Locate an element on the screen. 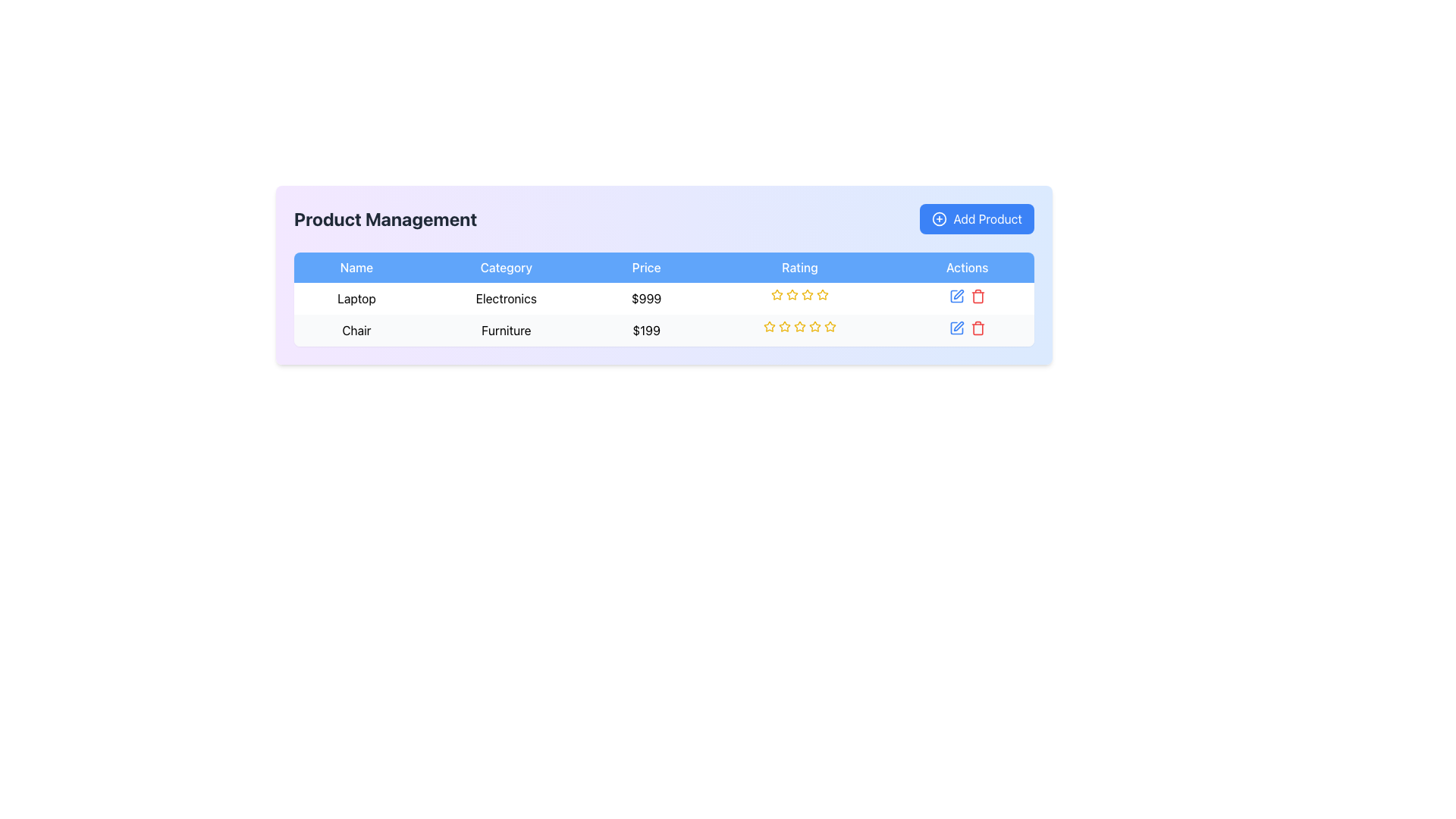 The image size is (1456, 819). the first rating star icon representing the 'Chair' item in the second row of the rating column is located at coordinates (769, 325).